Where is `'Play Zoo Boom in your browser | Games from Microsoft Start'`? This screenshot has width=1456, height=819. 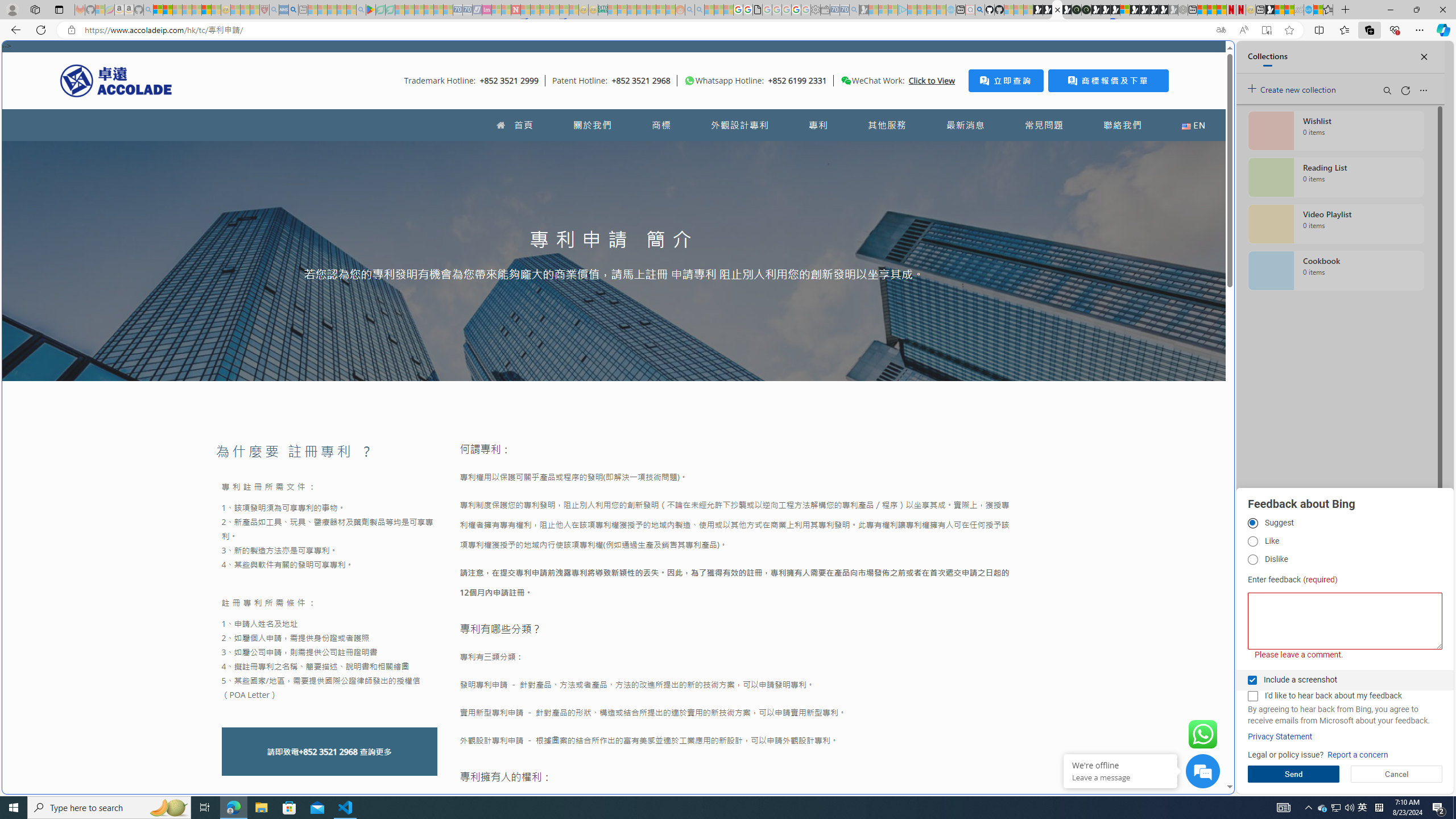 'Play Zoo Boom in your browser | Games from Microsoft Start' is located at coordinates (1046, 9).